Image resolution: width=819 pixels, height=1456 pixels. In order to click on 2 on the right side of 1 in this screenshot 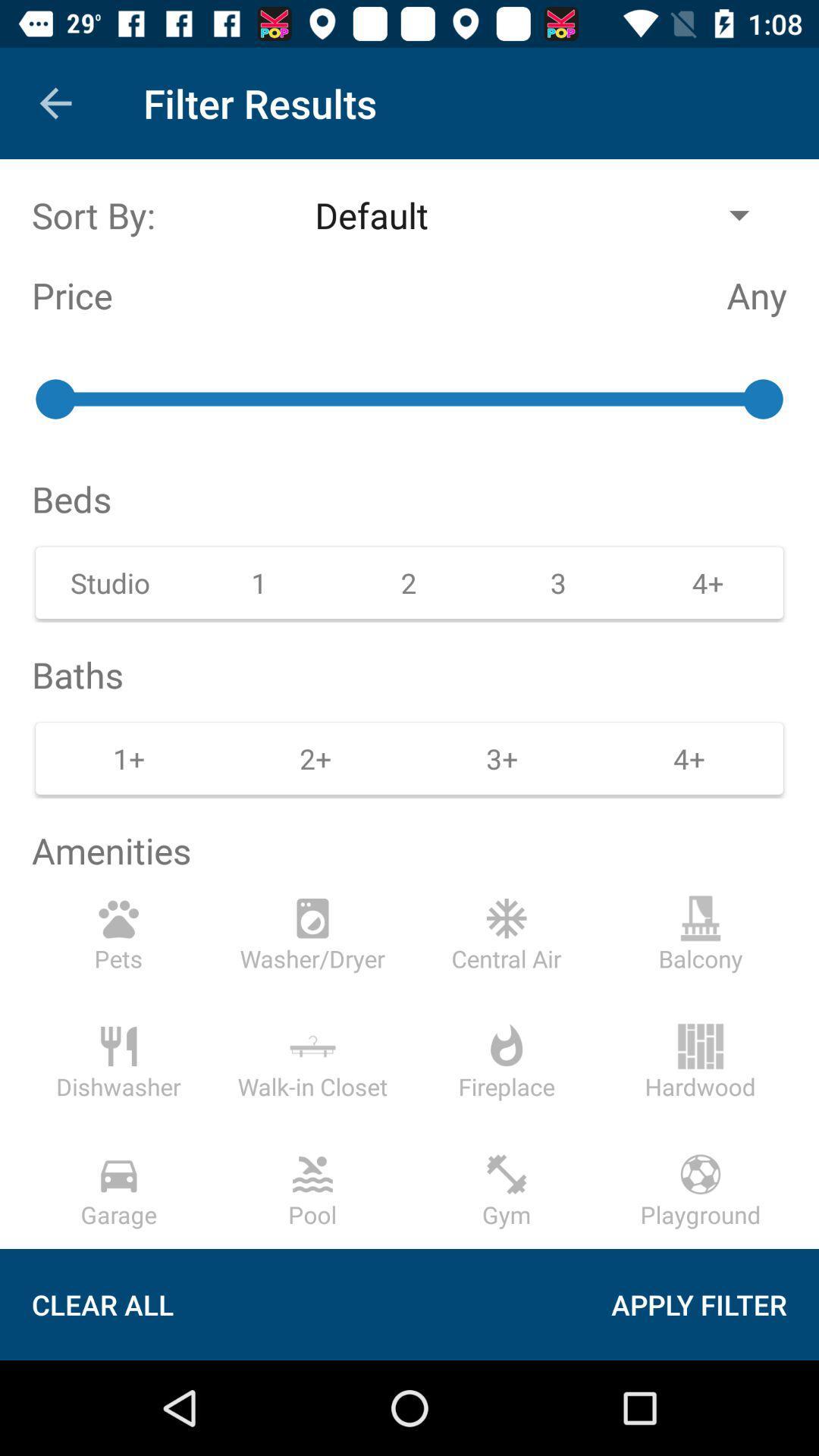, I will do `click(315, 758)`.